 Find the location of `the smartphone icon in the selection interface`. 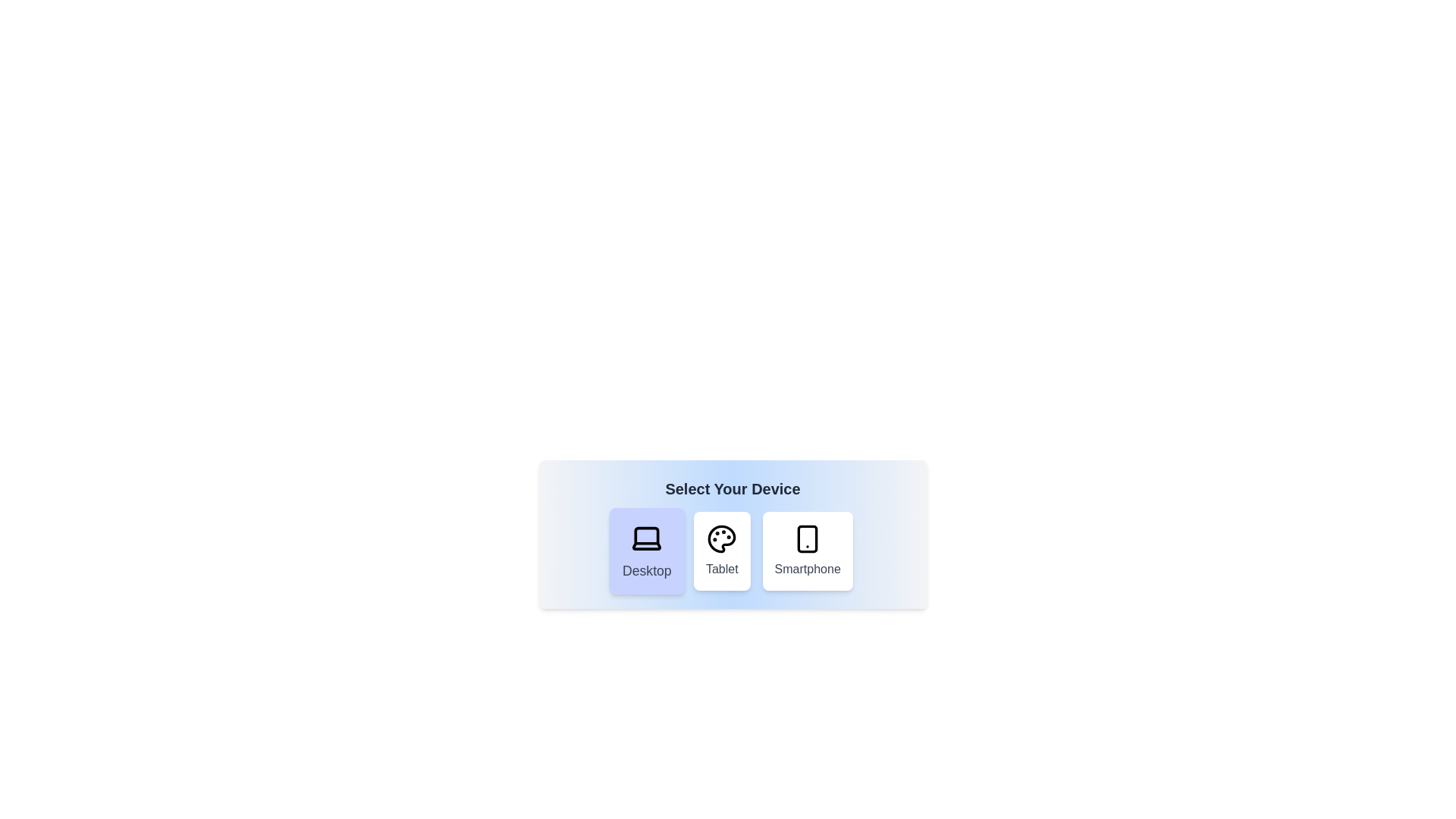

the smartphone icon in the selection interface is located at coordinates (807, 538).